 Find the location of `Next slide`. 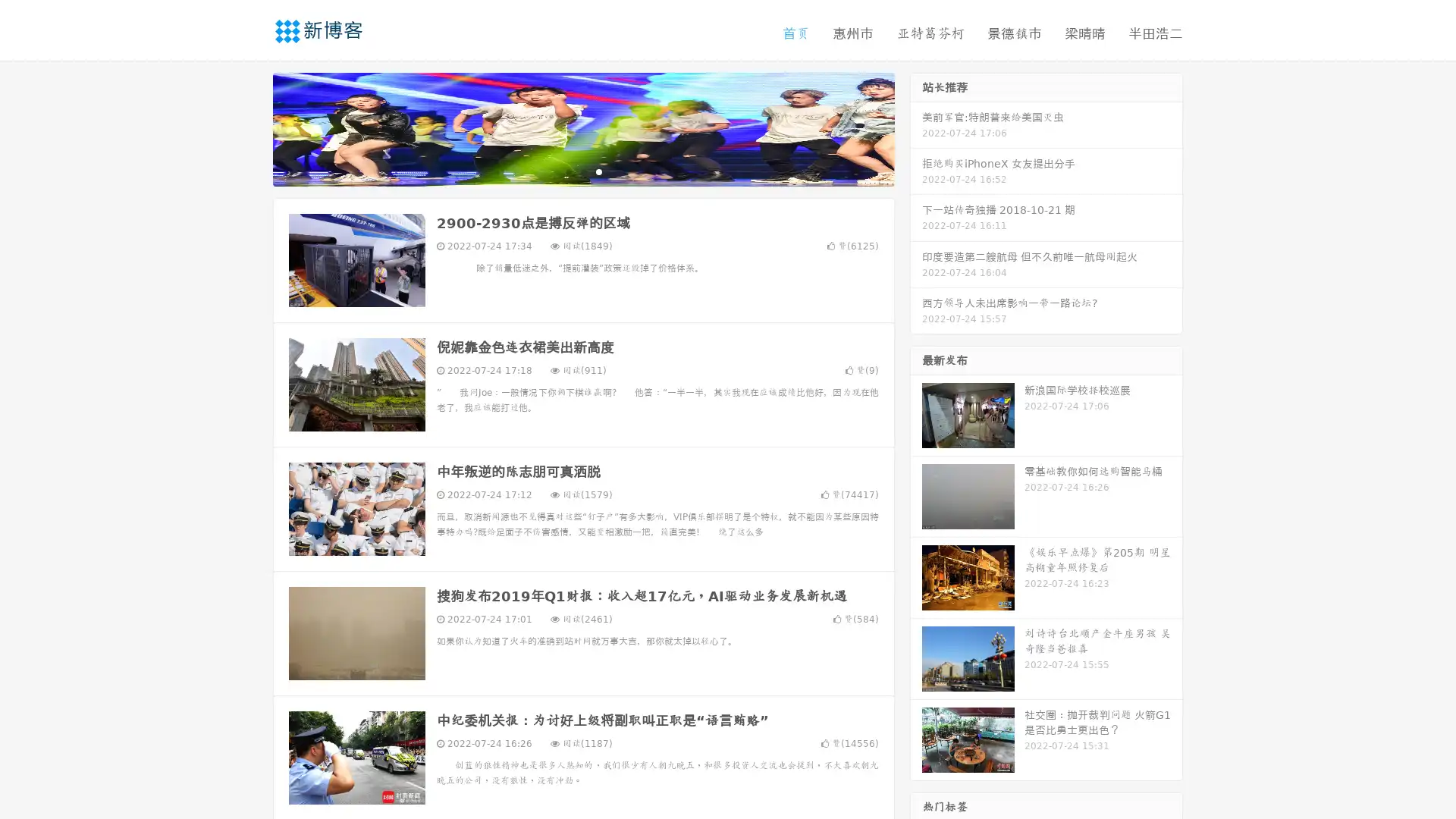

Next slide is located at coordinates (916, 127).